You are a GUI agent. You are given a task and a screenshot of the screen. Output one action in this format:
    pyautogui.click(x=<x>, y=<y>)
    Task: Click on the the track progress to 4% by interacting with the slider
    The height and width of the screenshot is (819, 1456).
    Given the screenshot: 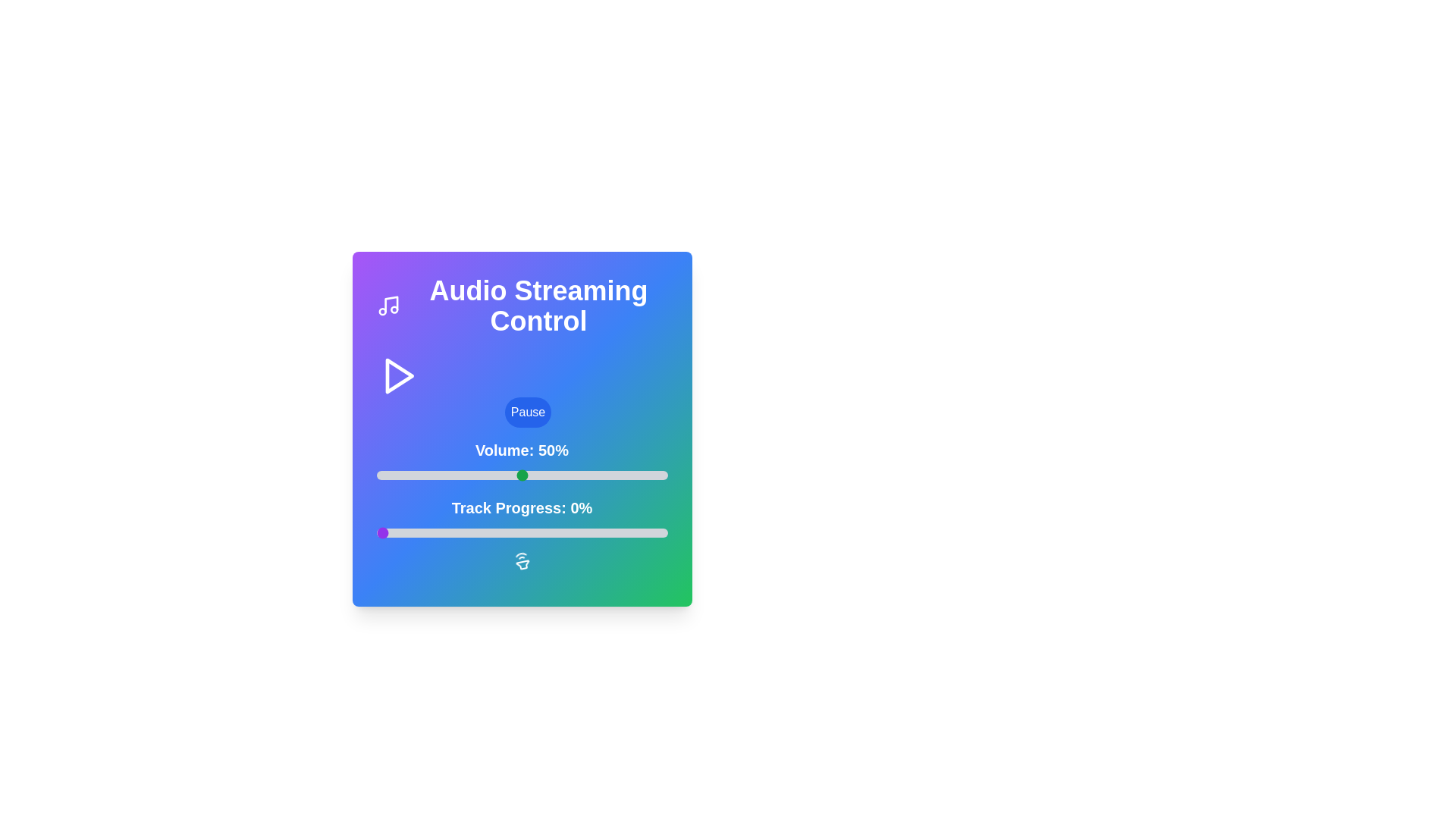 What is the action you would take?
    pyautogui.click(x=388, y=532)
    